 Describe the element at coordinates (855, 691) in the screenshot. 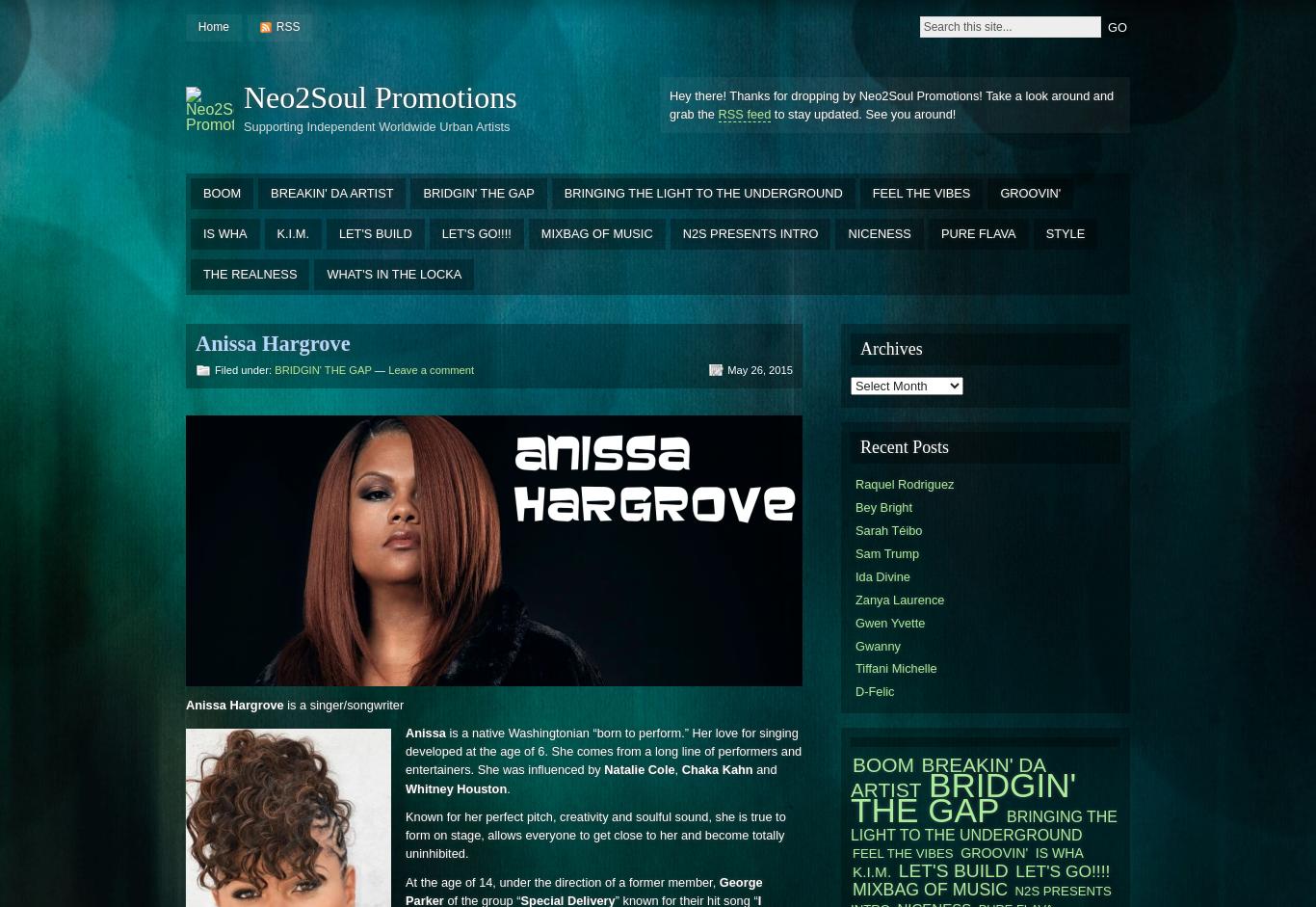

I see `'D-Felic'` at that location.